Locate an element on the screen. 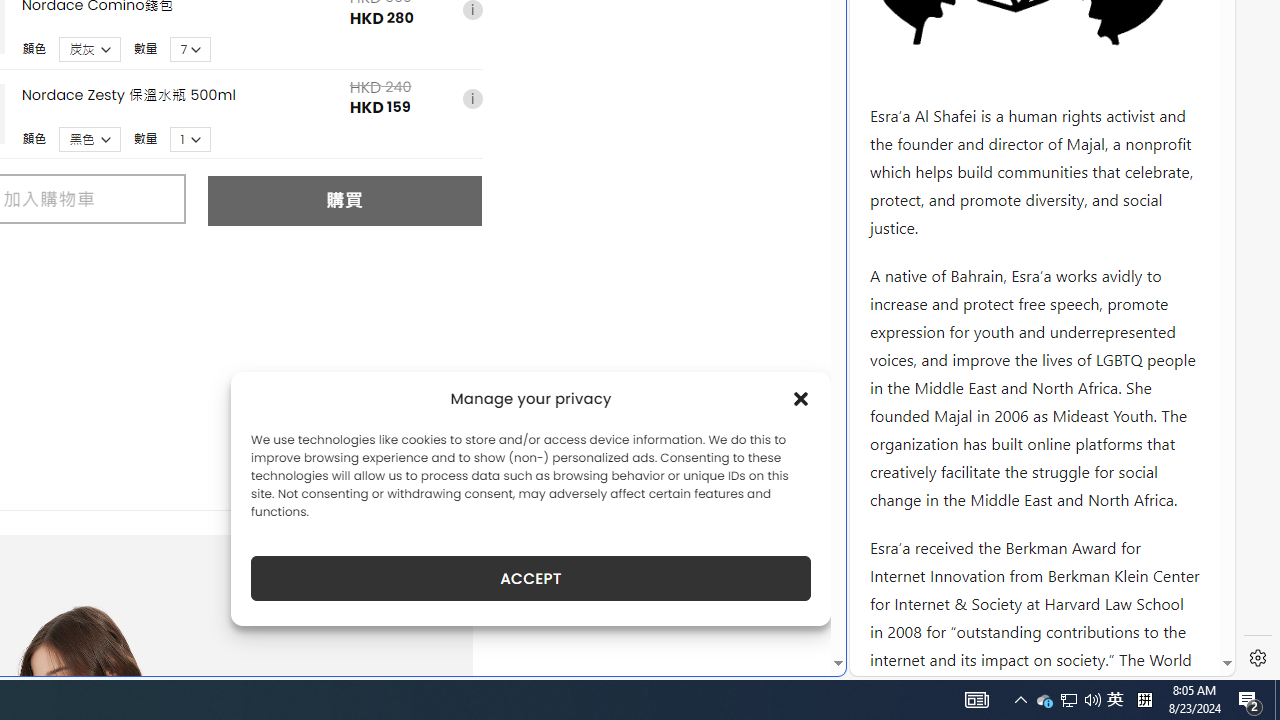 Image resolution: width=1280 pixels, height=720 pixels. 'ACCEPT' is located at coordinates (531, 578).